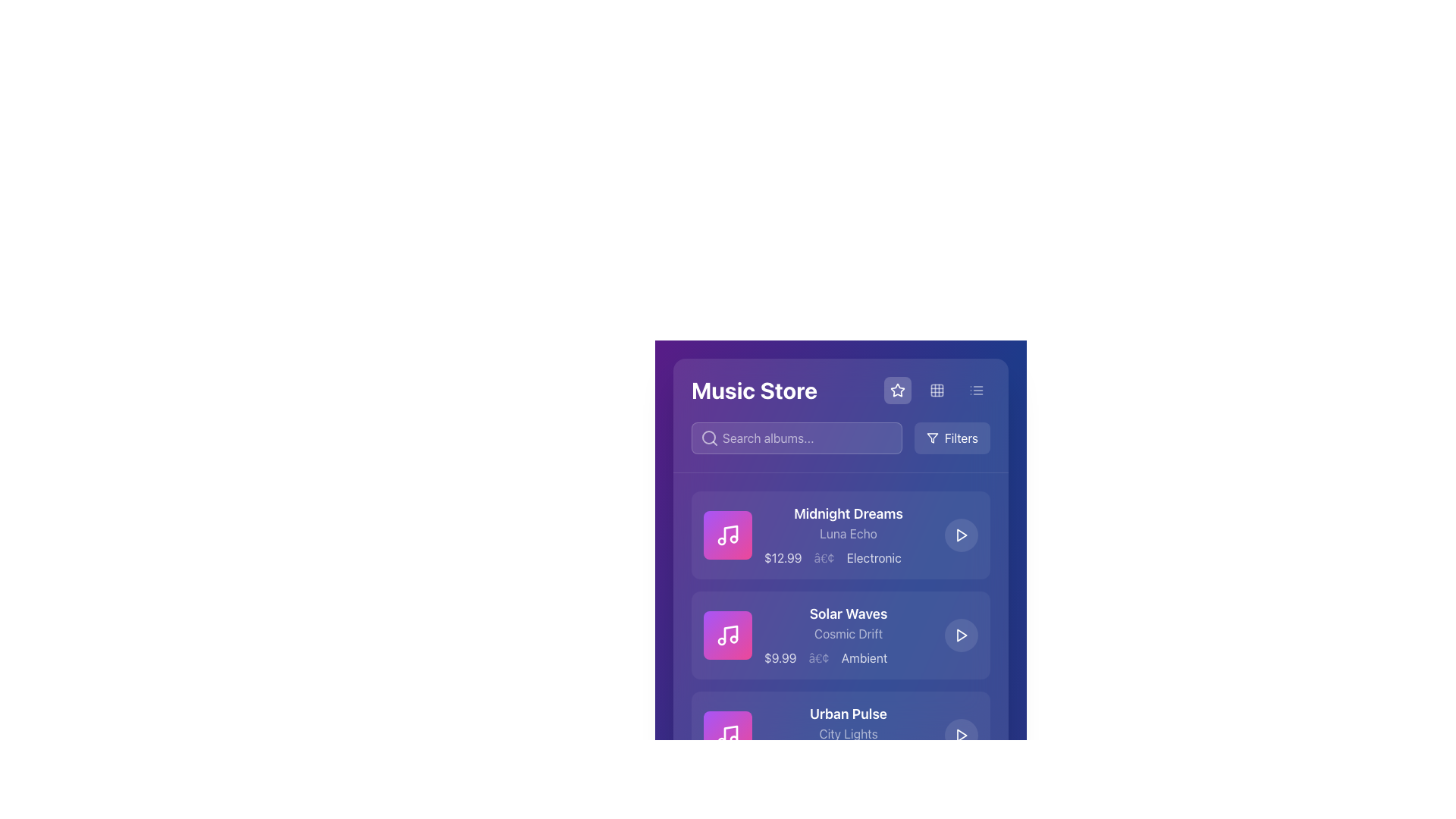 The image size is (1456, 819). Describe the element at coordinates (839, 734) in the screenshot. I see `the music album card that is the third entry in the vertical list of cards within the 'Music Store' section` at that location.